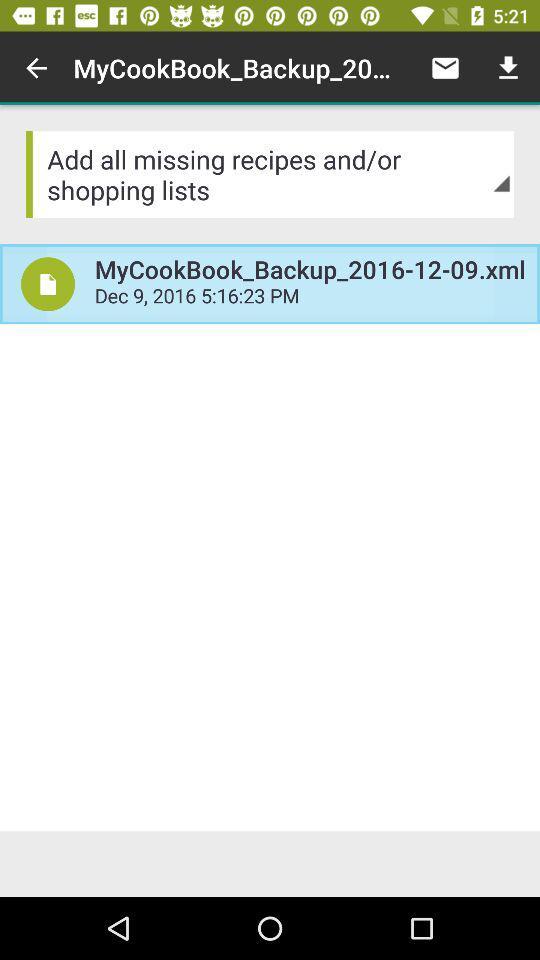 Image resolution: width=540 pixels, height=960 pixels. Describe the element at coordinates (48, 283) in the screenshot. I see `icon to the left of the mycookbook_backup_2016 12 09 item` at that location.